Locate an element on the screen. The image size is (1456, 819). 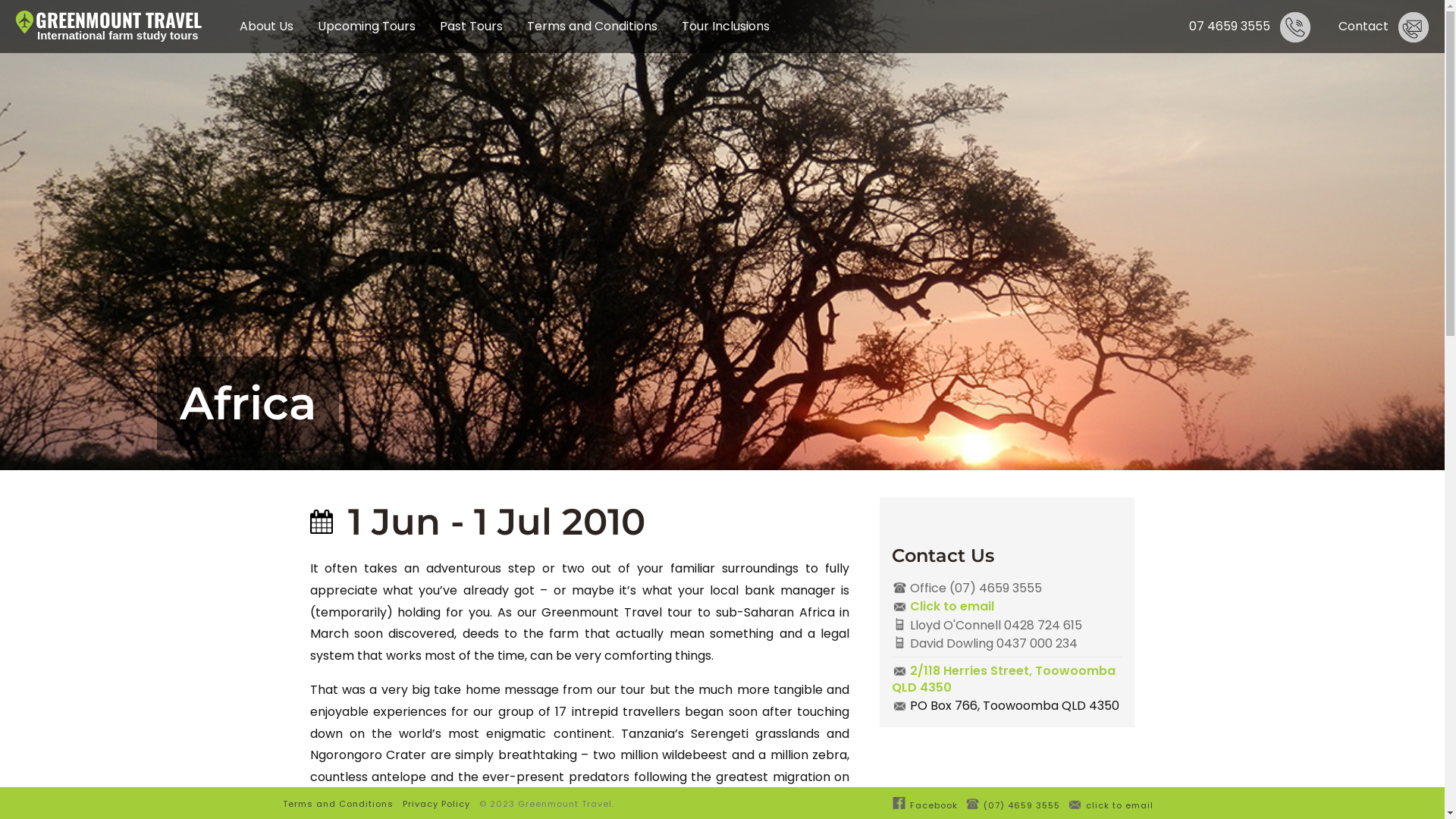
'2/118 Herries Street, Toowoomba QLD 4350' is located at coordinates (1007, 678).